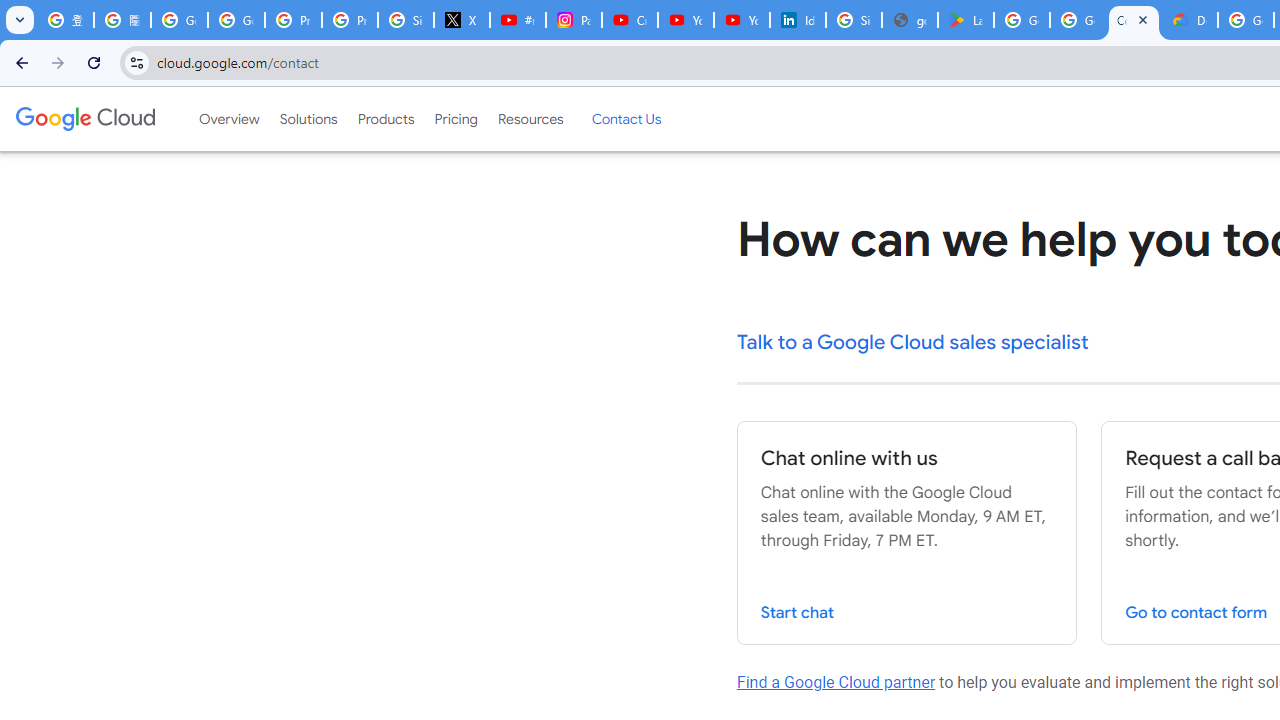  What do you see at coordinates (797, 20) in the screenshot?
I see `'Identity verification via Persona | LinkedIn Help'` at bounding box center [797, 20].